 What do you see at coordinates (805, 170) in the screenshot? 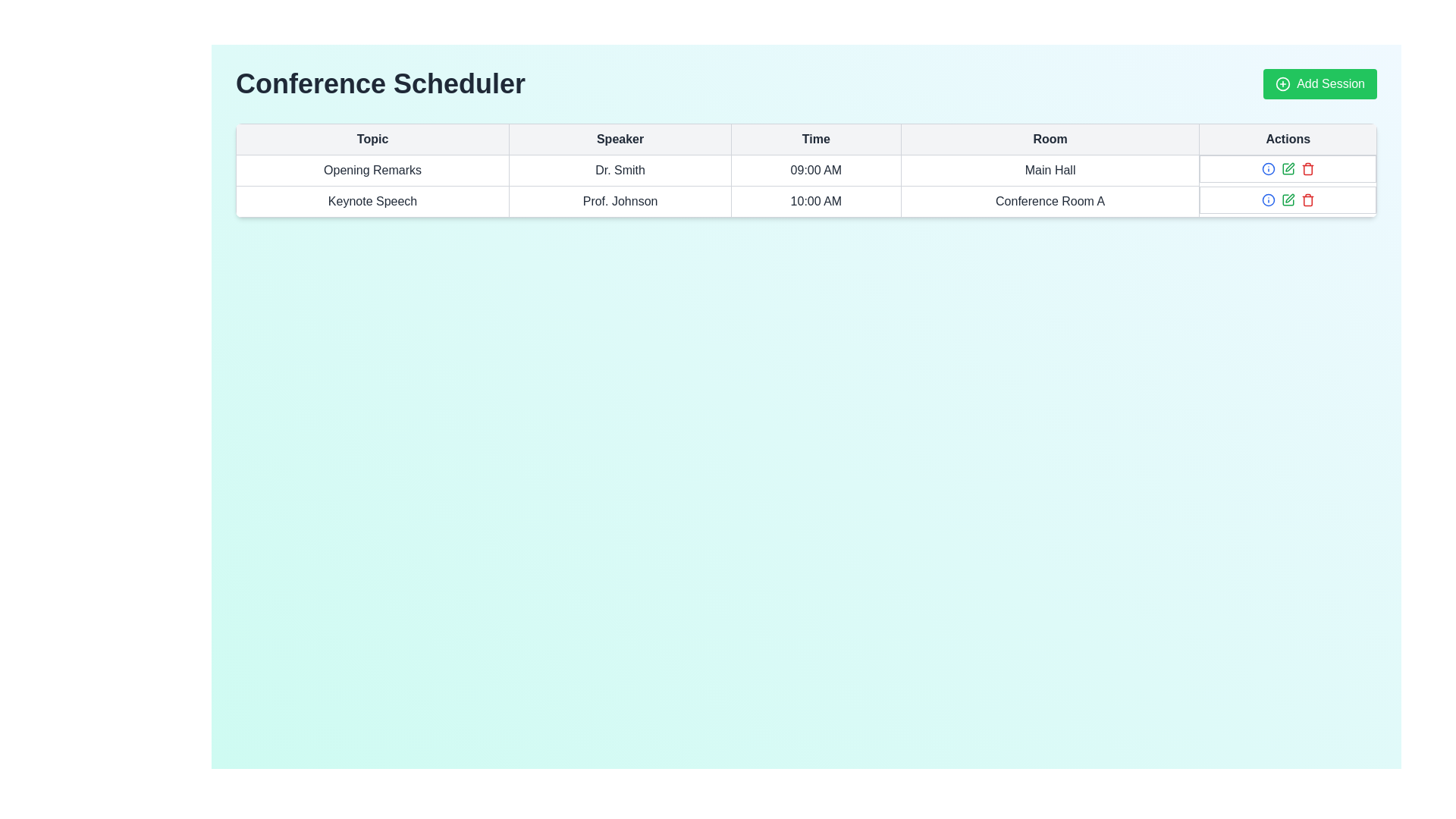
I see `the first row of the table that presents session details, including 'Opening Remarks'` at bounding box center [805, 170].